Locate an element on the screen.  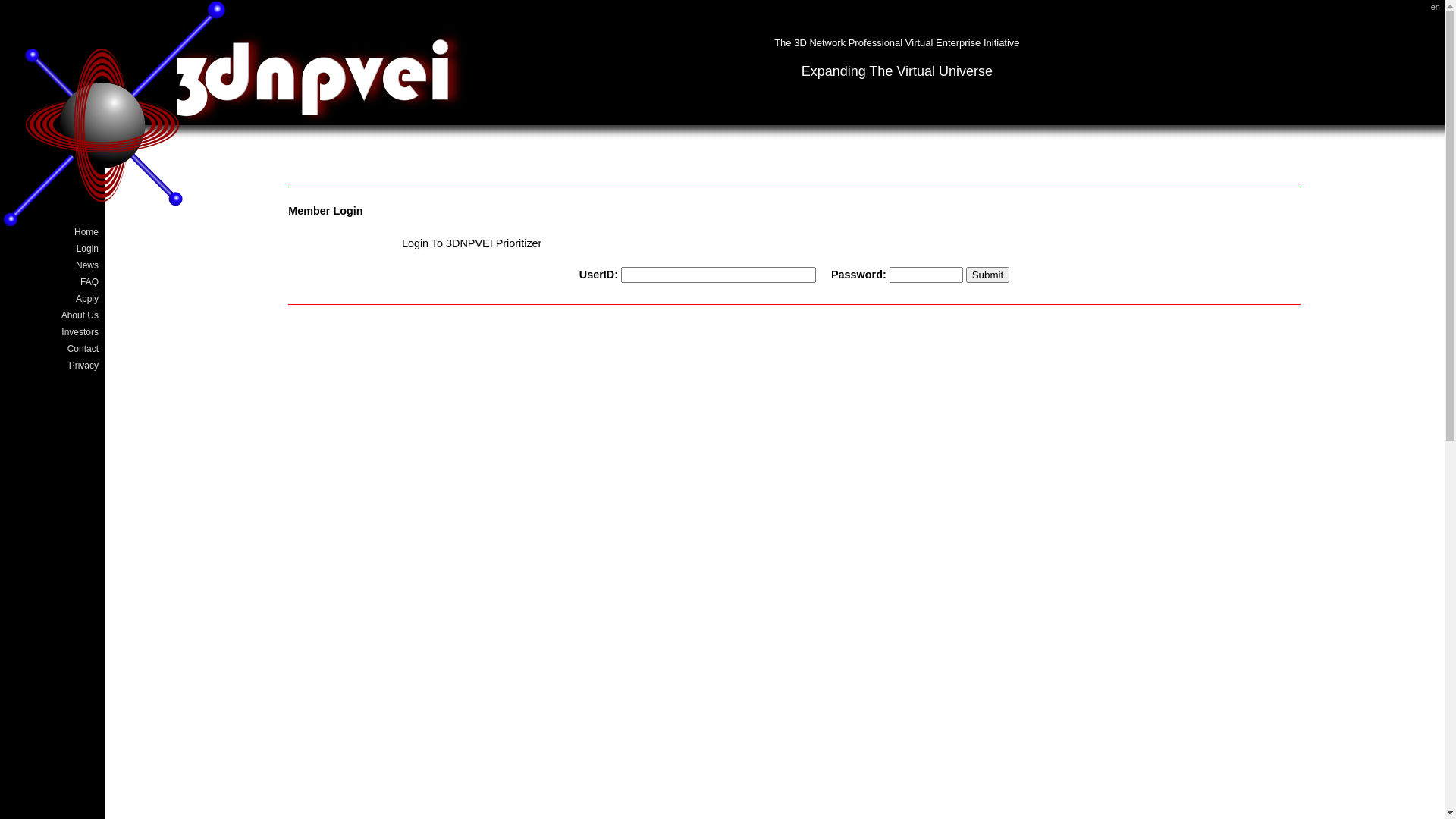
'FAQ' is located at coordinates (53, 281).